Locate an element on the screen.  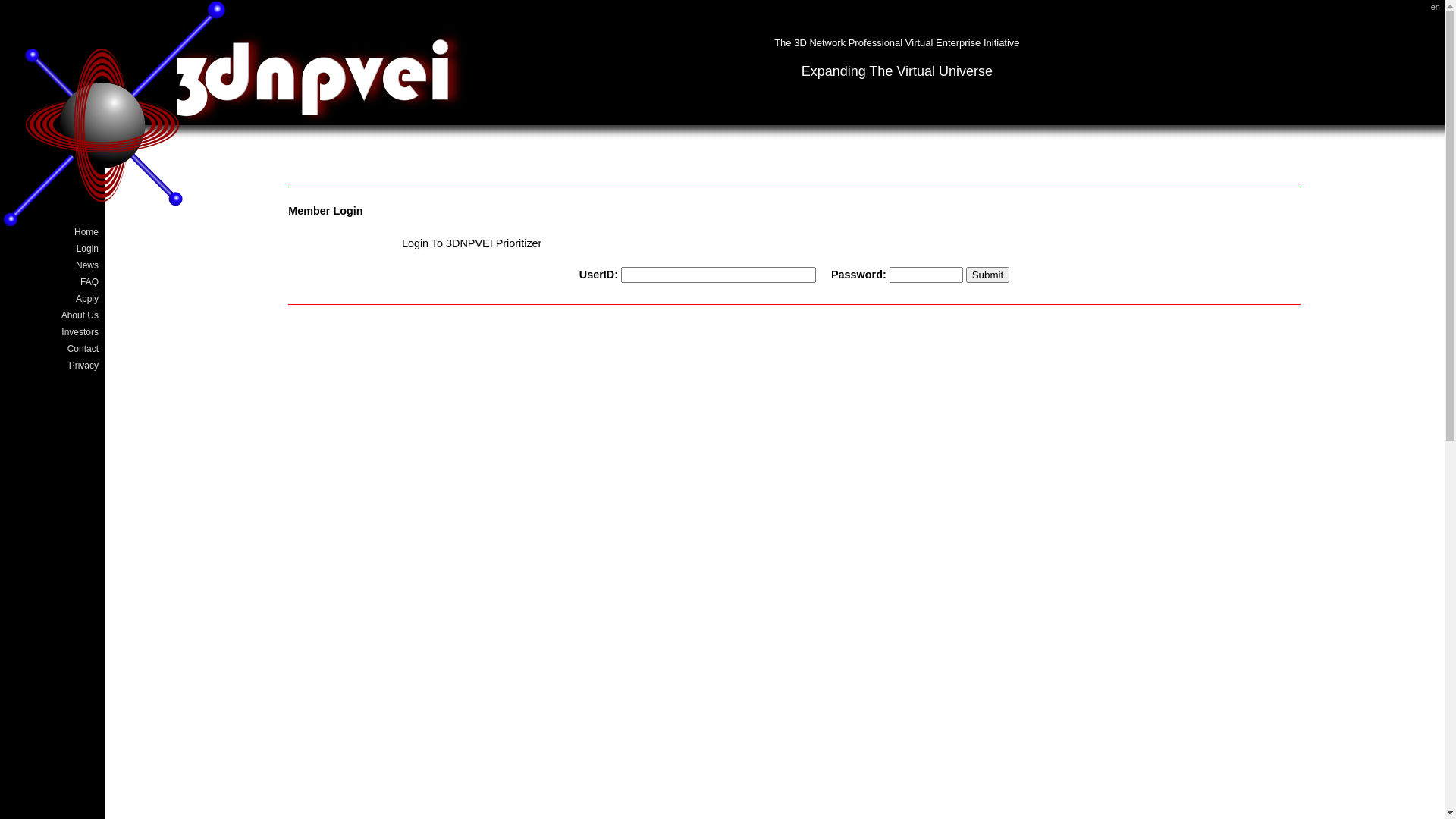
'FAQ' is located at coordinates (53, 281).